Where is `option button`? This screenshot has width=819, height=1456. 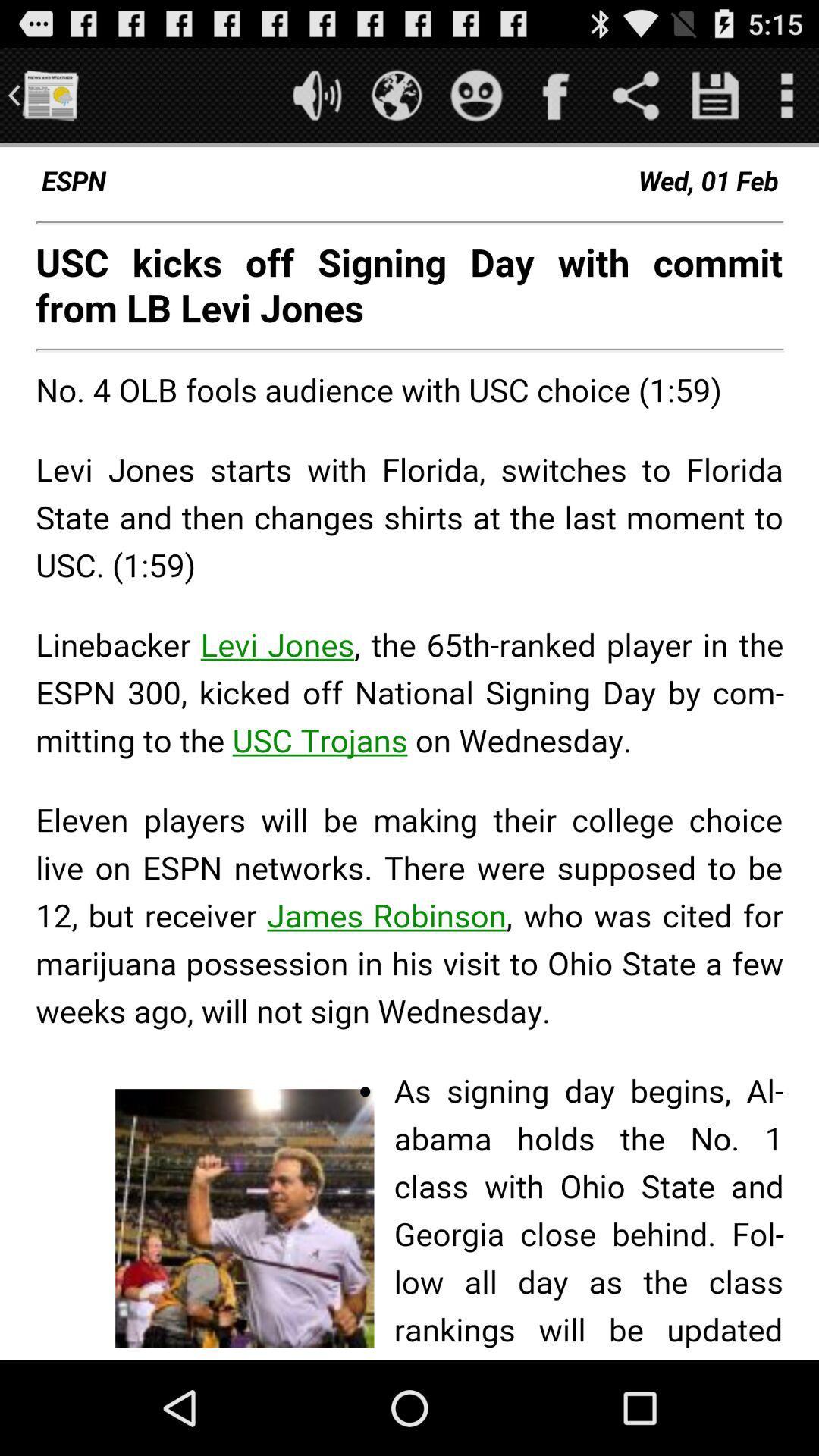
option button is located at coordinates (786, 94).